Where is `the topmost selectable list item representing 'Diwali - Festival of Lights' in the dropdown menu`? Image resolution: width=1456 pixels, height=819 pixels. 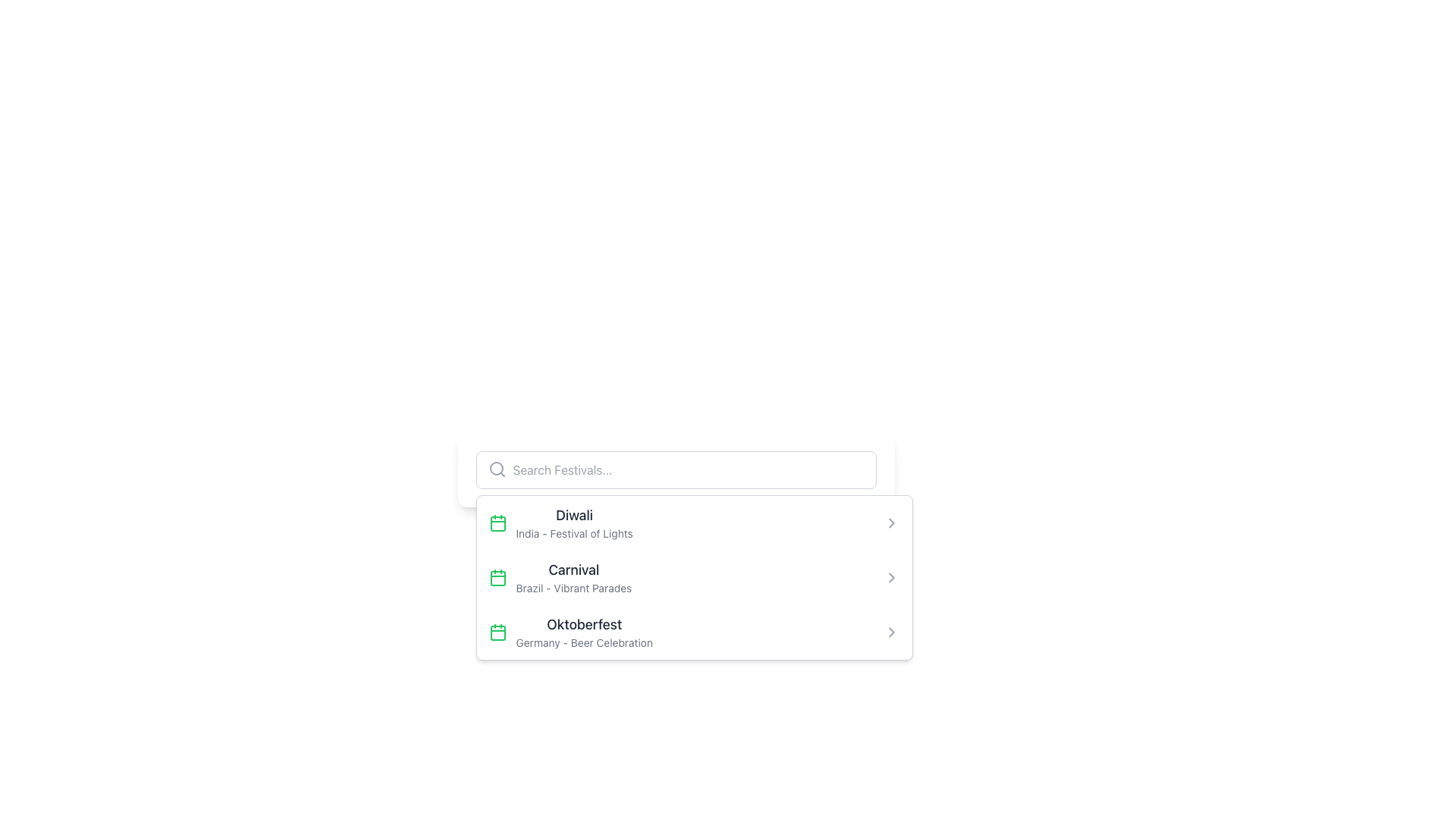 the topmost selectable list item representing 'Diwali - Festival of Lights' in the dropdown menu is located at coordinates (560, 522).